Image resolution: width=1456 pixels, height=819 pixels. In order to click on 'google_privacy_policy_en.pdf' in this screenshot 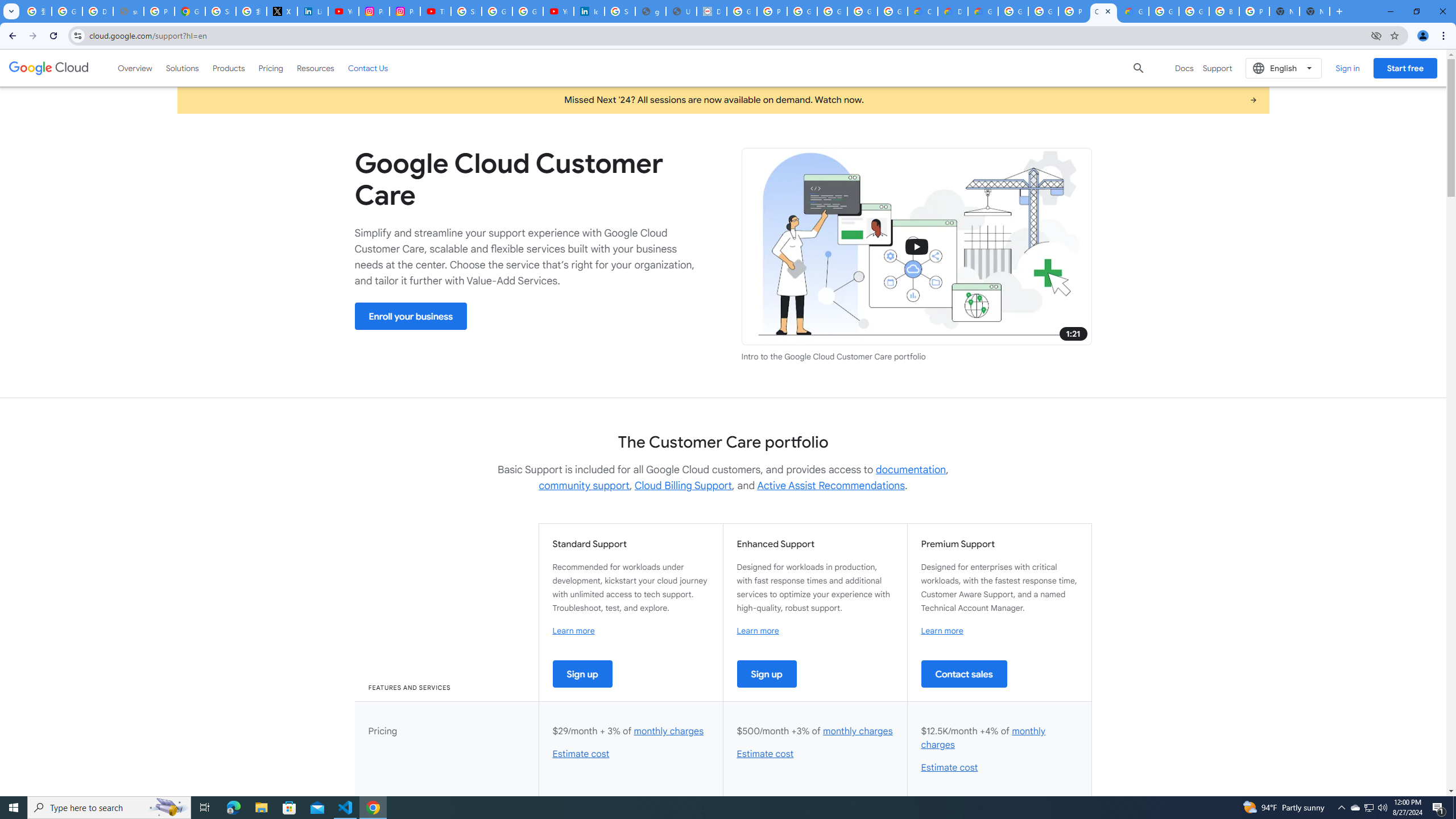, I will do `click(651, 11)`.